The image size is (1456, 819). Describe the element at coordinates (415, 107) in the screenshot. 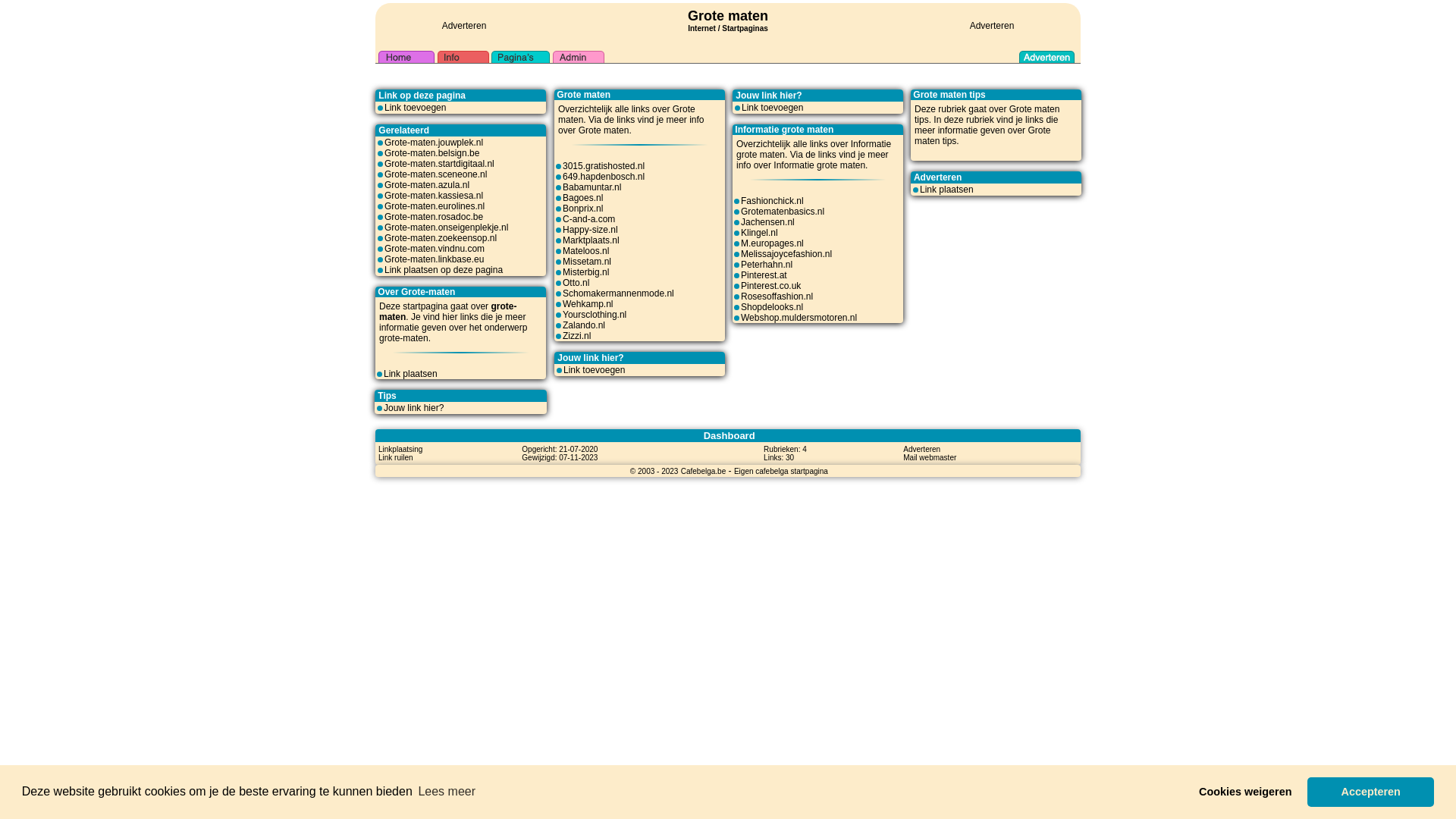

I see `'Link toevoegen'` at that location.